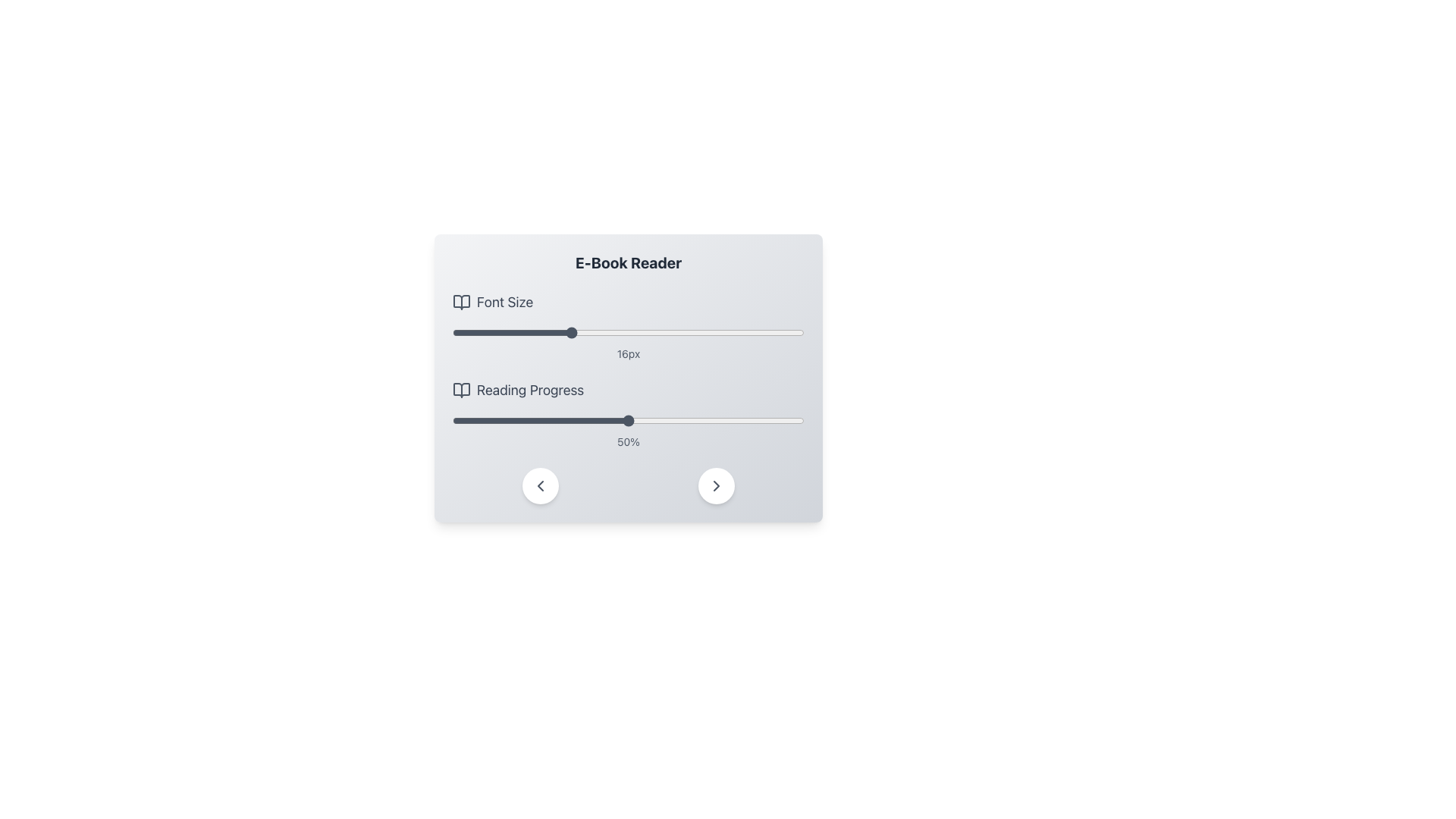 This screenshot has width=1456, height=819. I want to click on the progress bar located below the 'Font Size' section, which visually indicates the user's reading progress with a percentage display, so click(629, 415).